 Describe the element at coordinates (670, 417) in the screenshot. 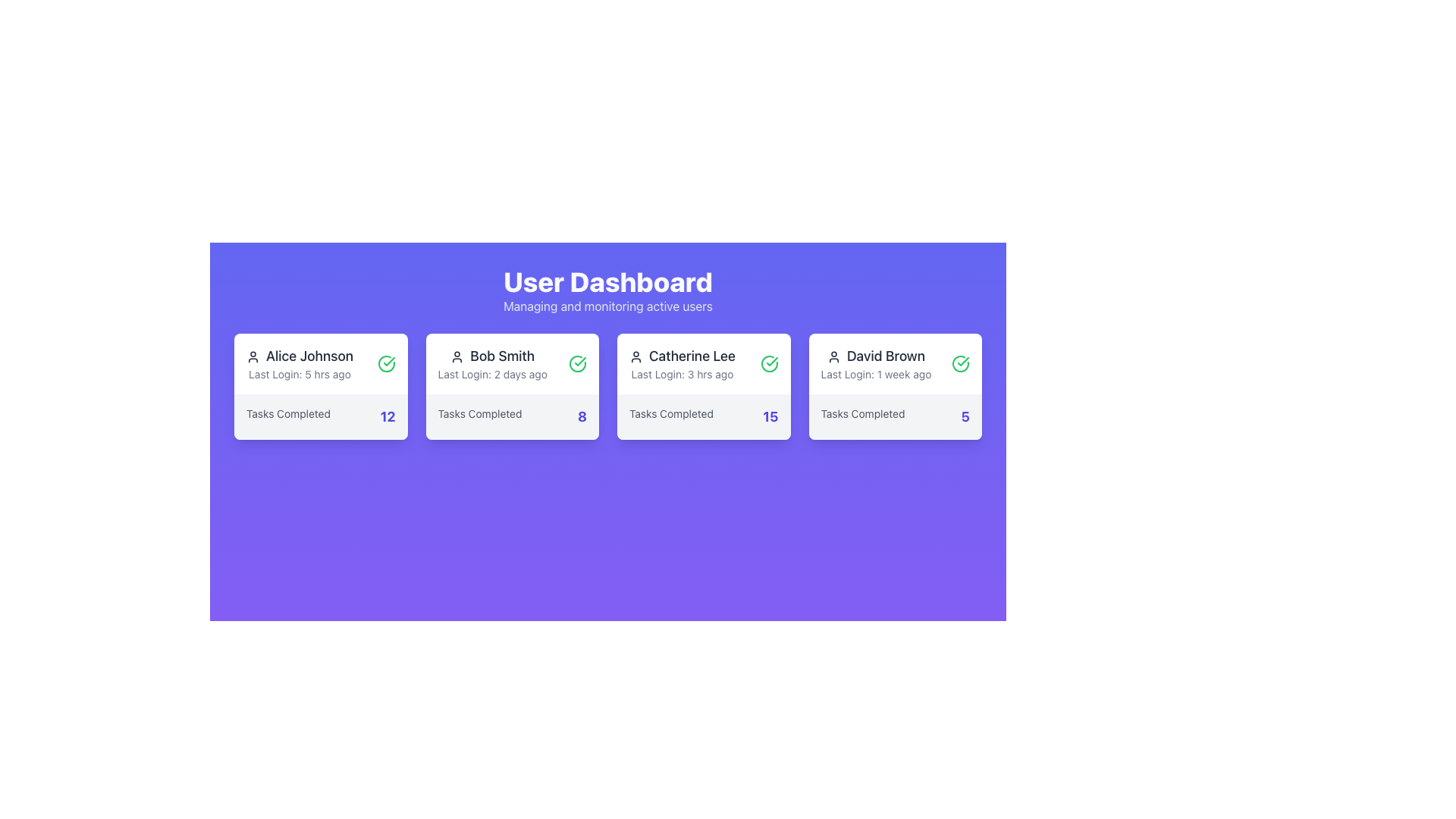

I see `the text label that says 'Tasks Completed' located at the bottom-left area of the card representing 'Catherine Lee' in the User Dashboard` at that location.